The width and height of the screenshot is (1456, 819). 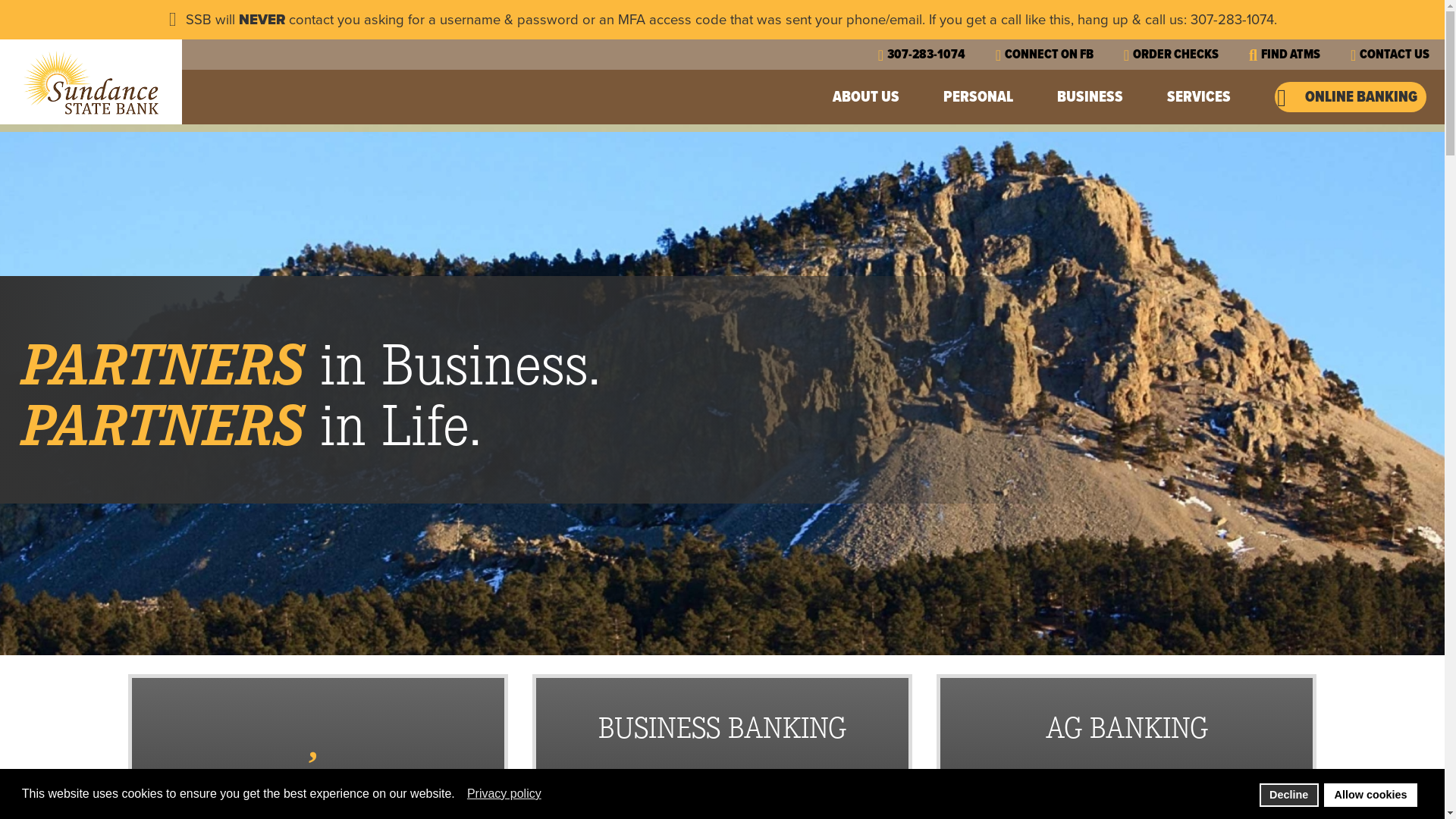 I want to click on 'FIND ATMS', so click(x=1284, y=53).